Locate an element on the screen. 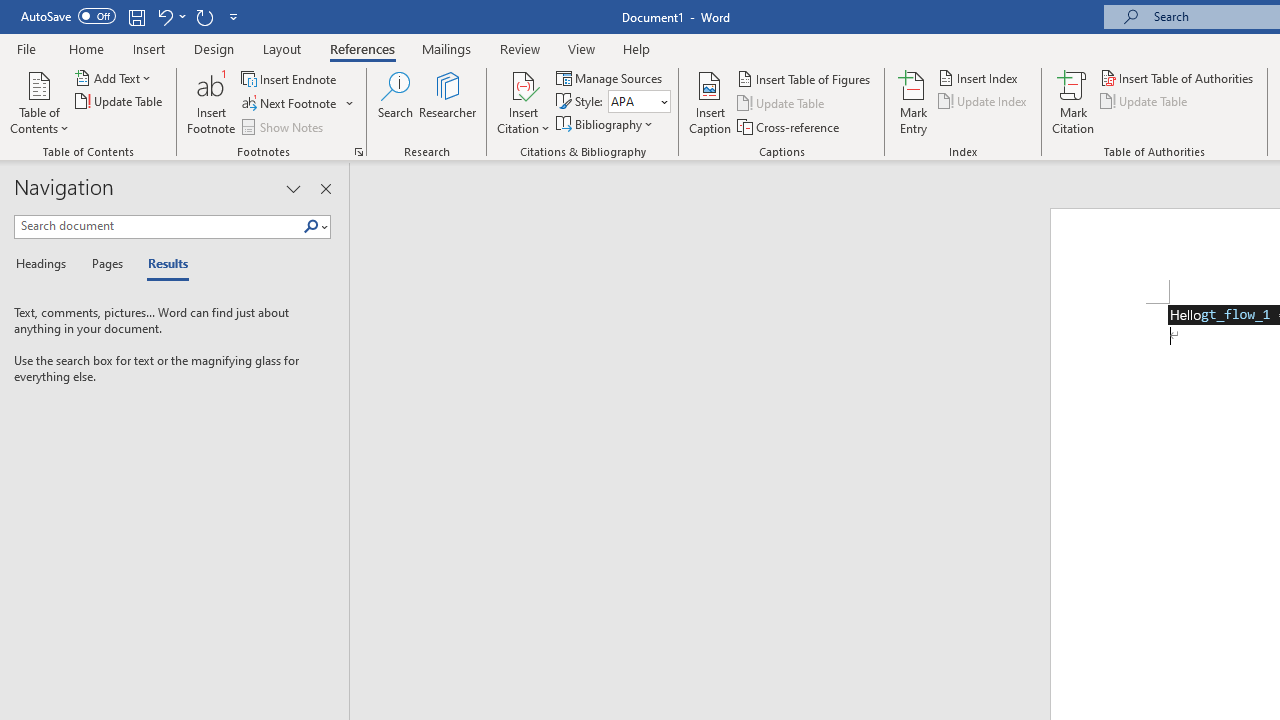 The width and height of the screenshot is (1280, 720). 'Headings' is located at coordinates (45, 264).